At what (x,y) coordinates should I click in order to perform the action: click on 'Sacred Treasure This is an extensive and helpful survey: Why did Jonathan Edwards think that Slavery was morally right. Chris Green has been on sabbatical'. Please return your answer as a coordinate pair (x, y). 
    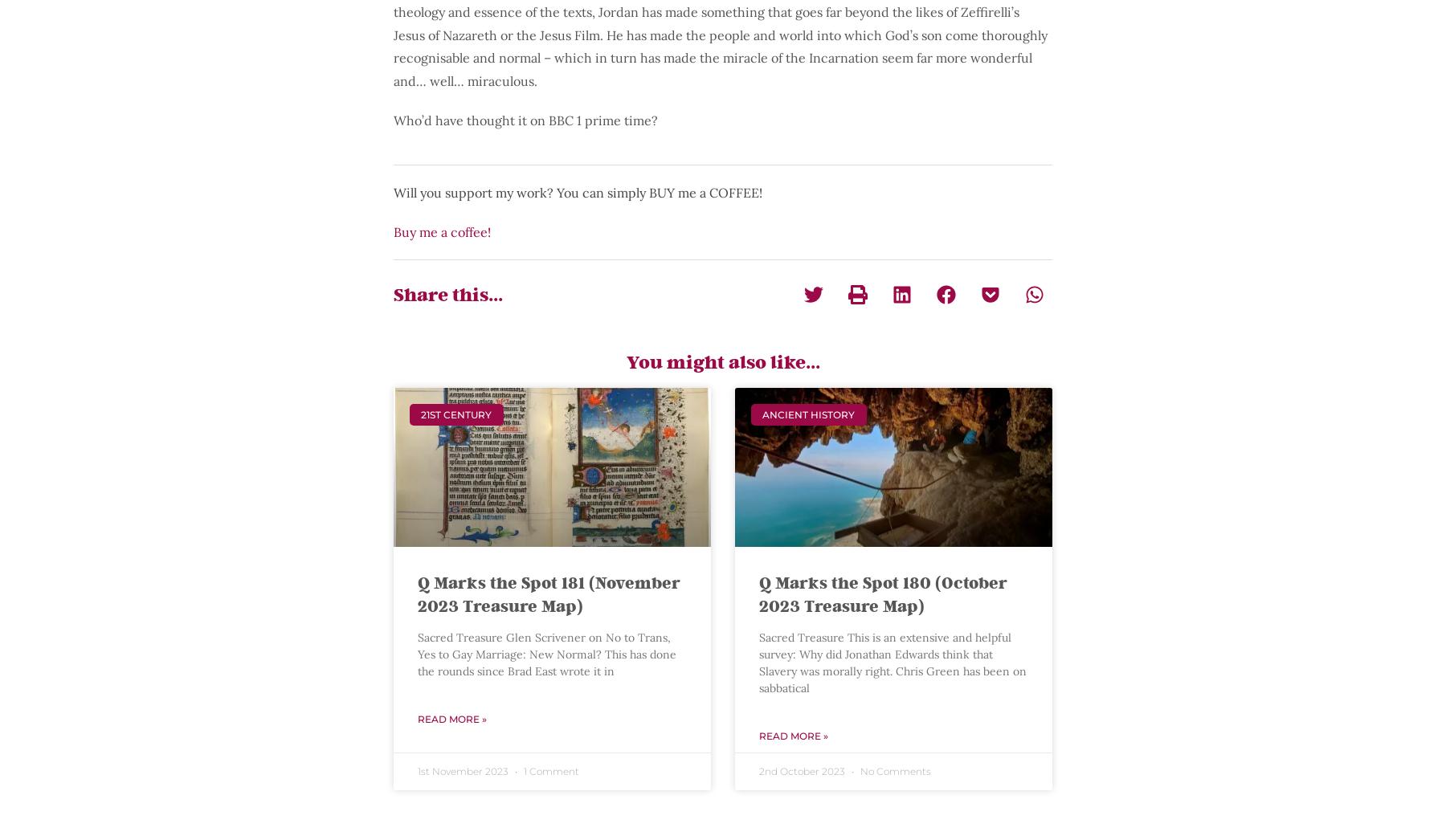
    Looking at the image, I should click on (893, 662).